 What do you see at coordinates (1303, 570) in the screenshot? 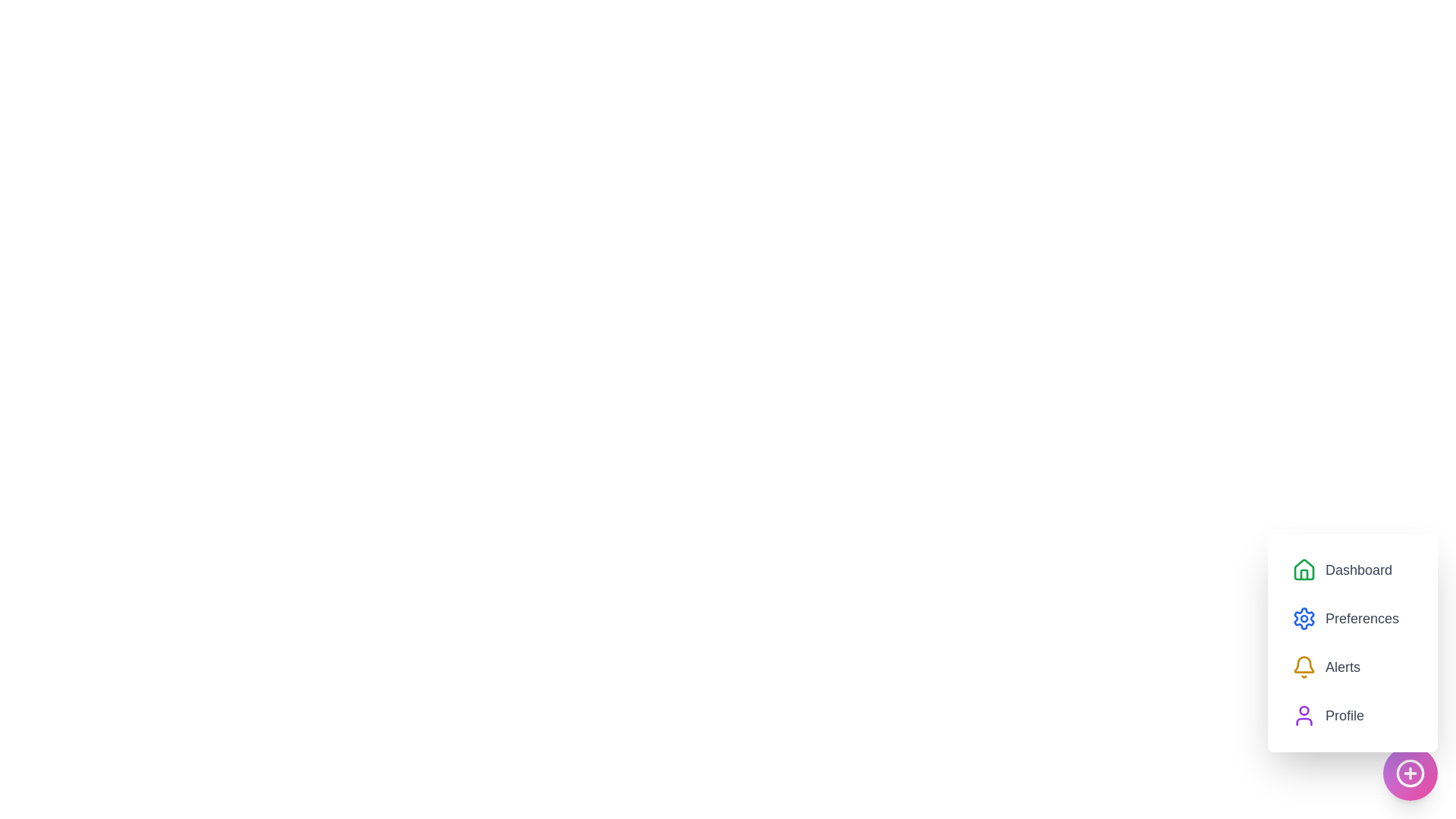
I see `the menu icon corresponding to Dashboard` at bounding box center [1303, 570].